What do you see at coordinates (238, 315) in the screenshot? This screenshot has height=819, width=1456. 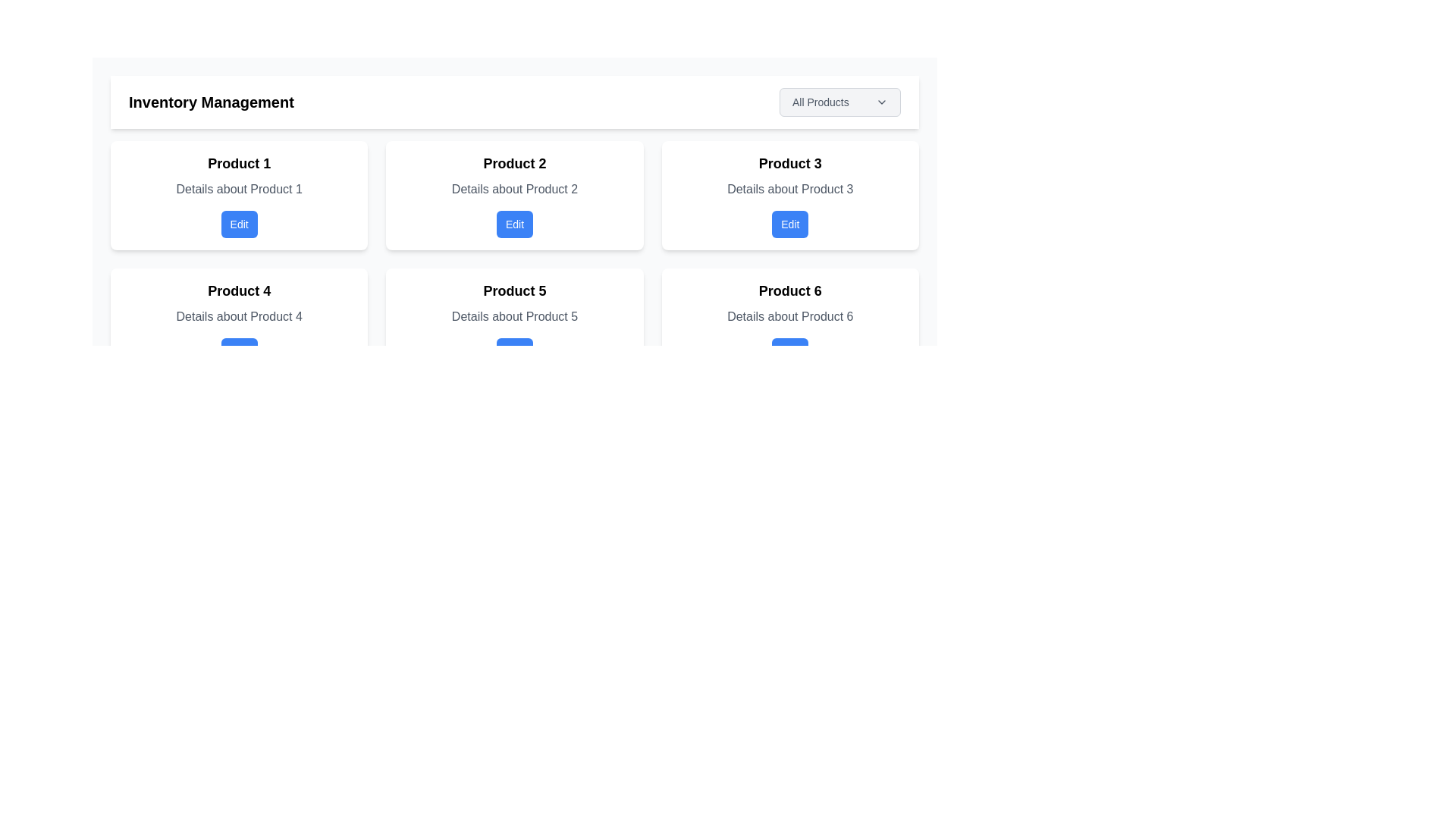 I see `the informational text element displaying 'Details about Product 4' which is styled in gray and located below the 'Product 4' heading` at bounding box center [238, 315].